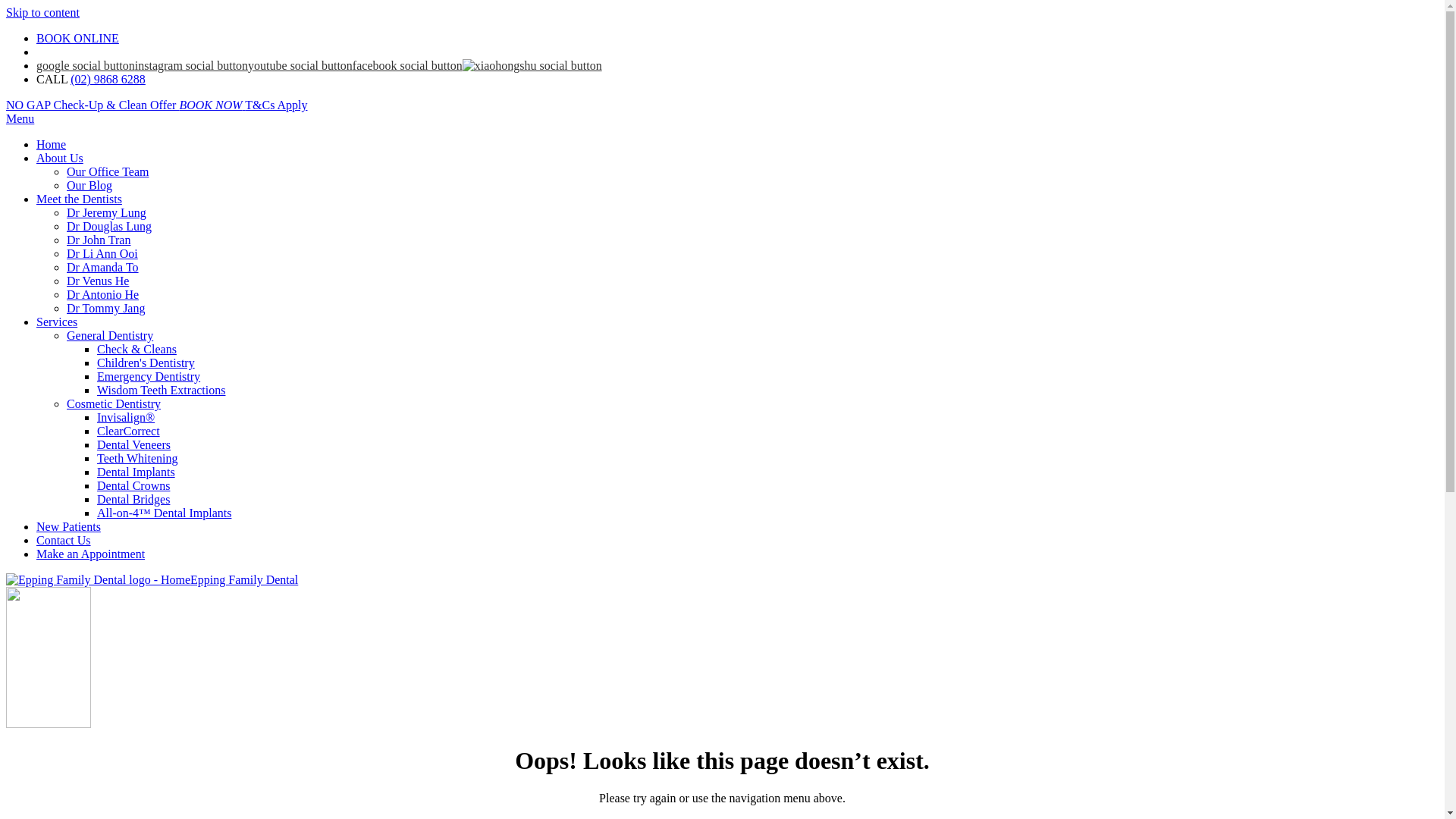 This screenshot has height=819, width=1456. I want to click on 'Cosmetic Dentistry', so click(65, 403).